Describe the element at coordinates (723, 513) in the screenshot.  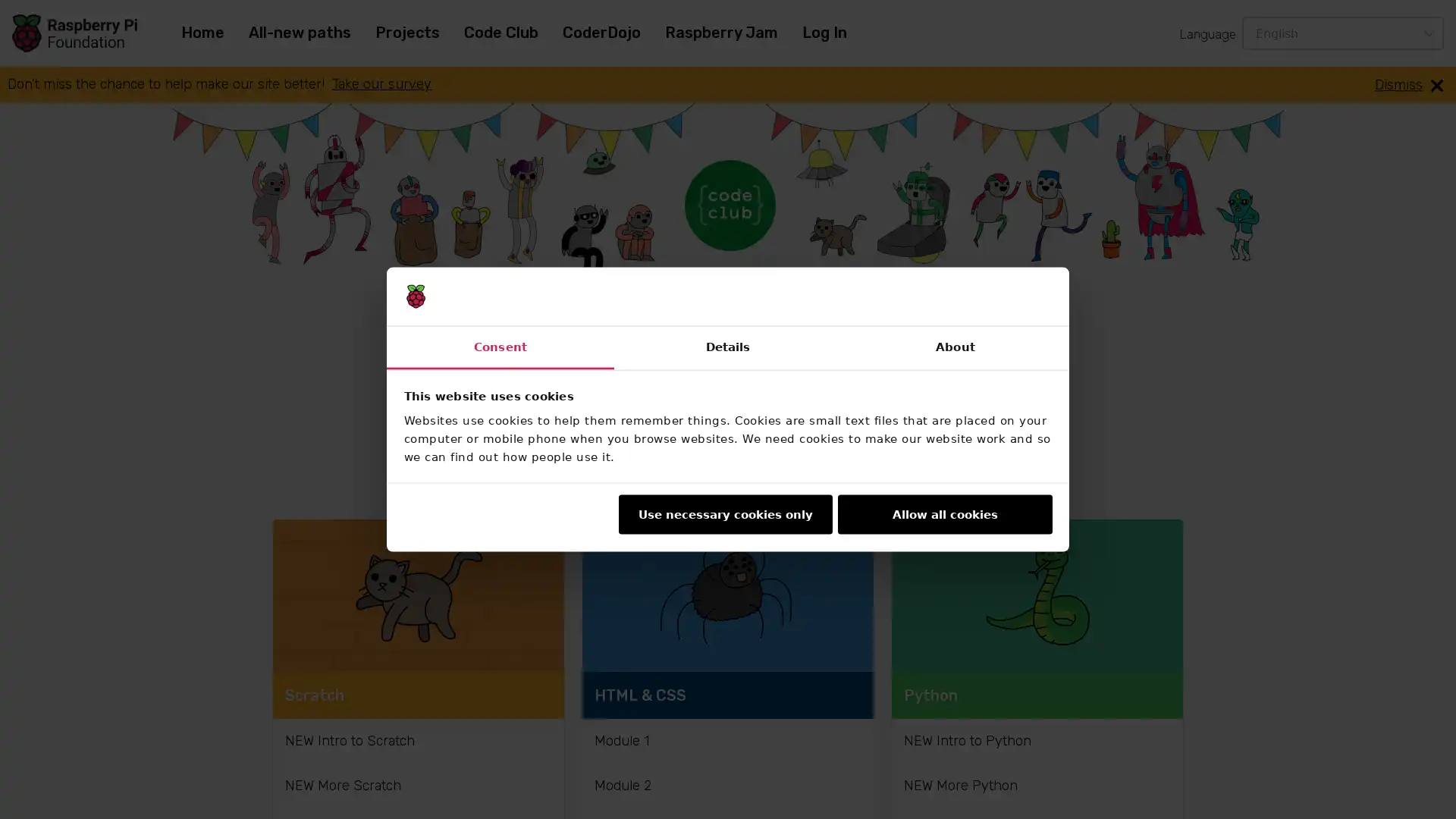
I see `Use necessary cookies only` at that location.